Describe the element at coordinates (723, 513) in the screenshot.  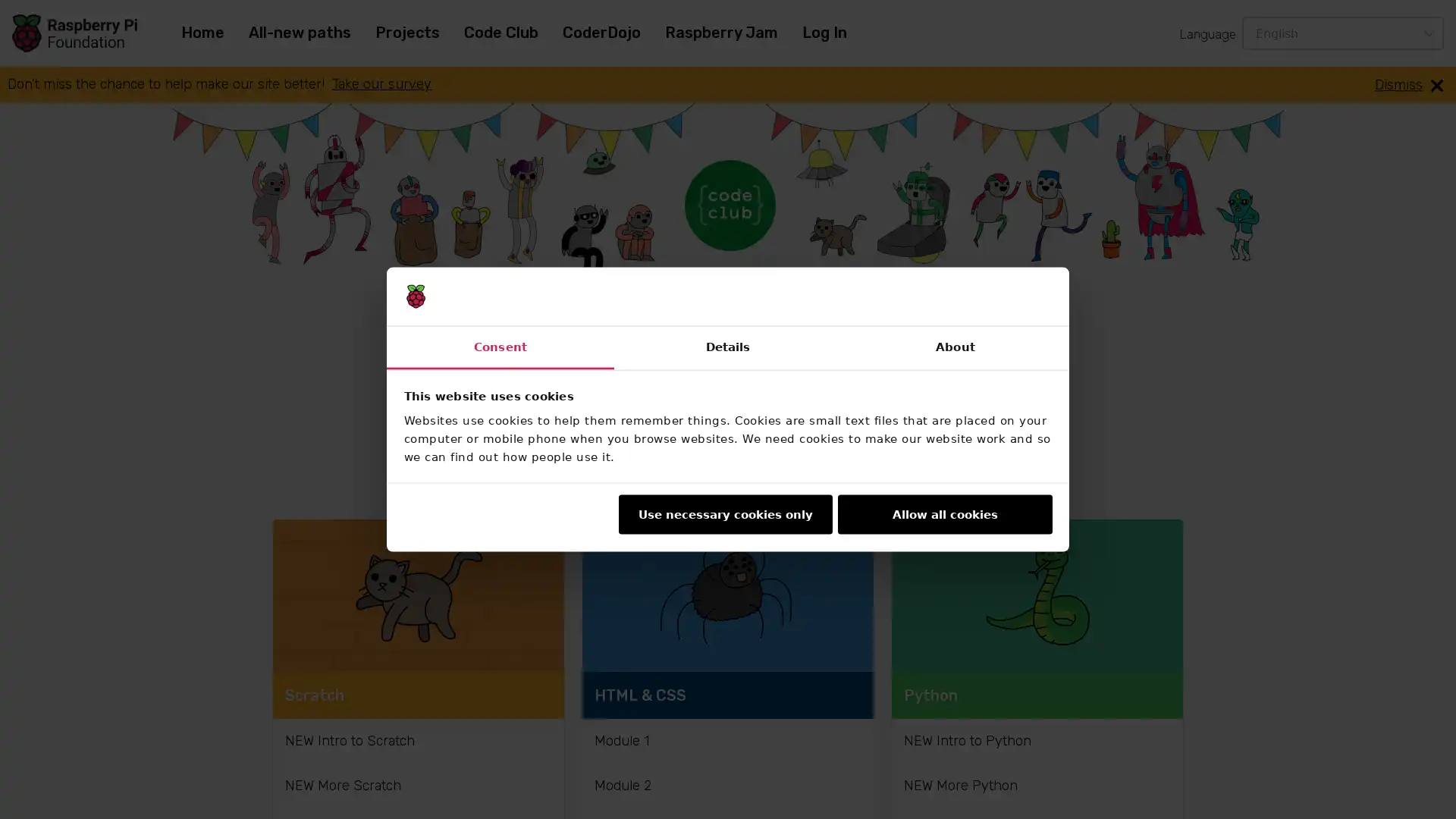
I see `Use necessary cookies only` at that location.